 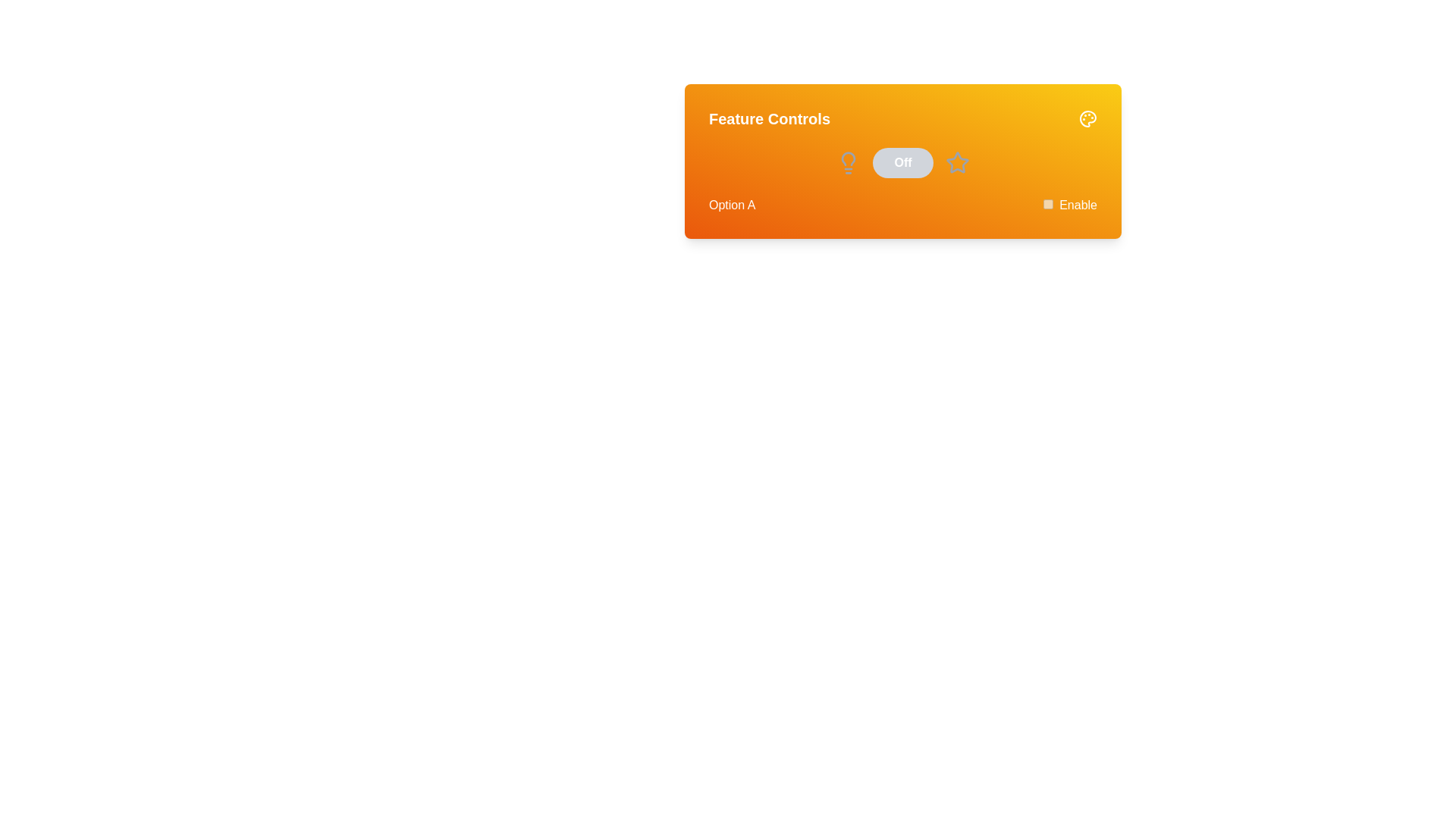 What do you see at coordinates (847, 163) in the screenshot?
I see `the lightbulb icon located on the far left of the feature area, which has a gray line-art design and is followed by the 'Off' button, by clicking it indirectly through related controls` at bounding box center [847, 163].